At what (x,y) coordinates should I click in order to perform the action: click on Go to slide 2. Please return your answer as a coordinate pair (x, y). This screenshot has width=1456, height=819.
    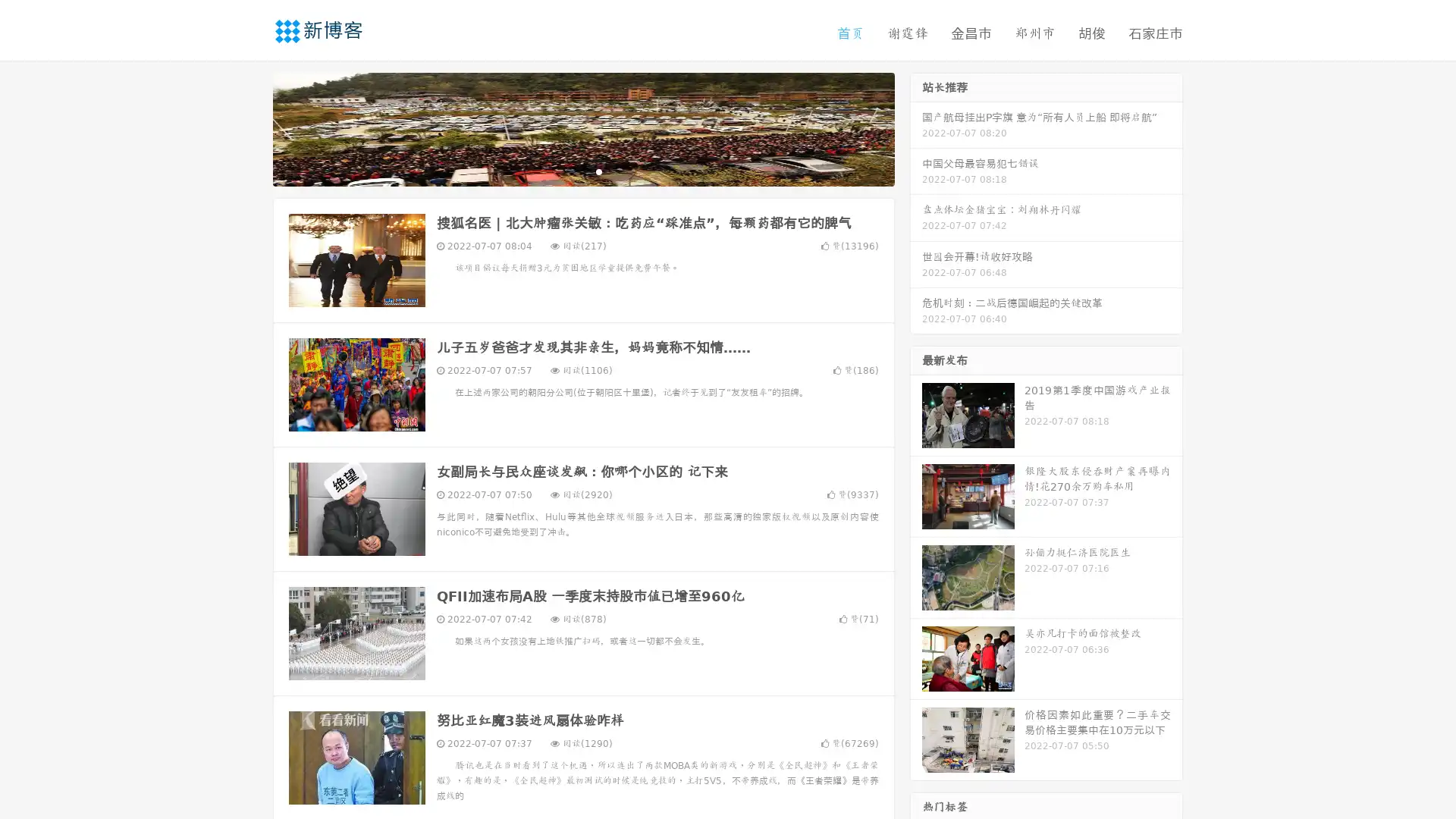
    Looking at the image, I should click on (582, 171).